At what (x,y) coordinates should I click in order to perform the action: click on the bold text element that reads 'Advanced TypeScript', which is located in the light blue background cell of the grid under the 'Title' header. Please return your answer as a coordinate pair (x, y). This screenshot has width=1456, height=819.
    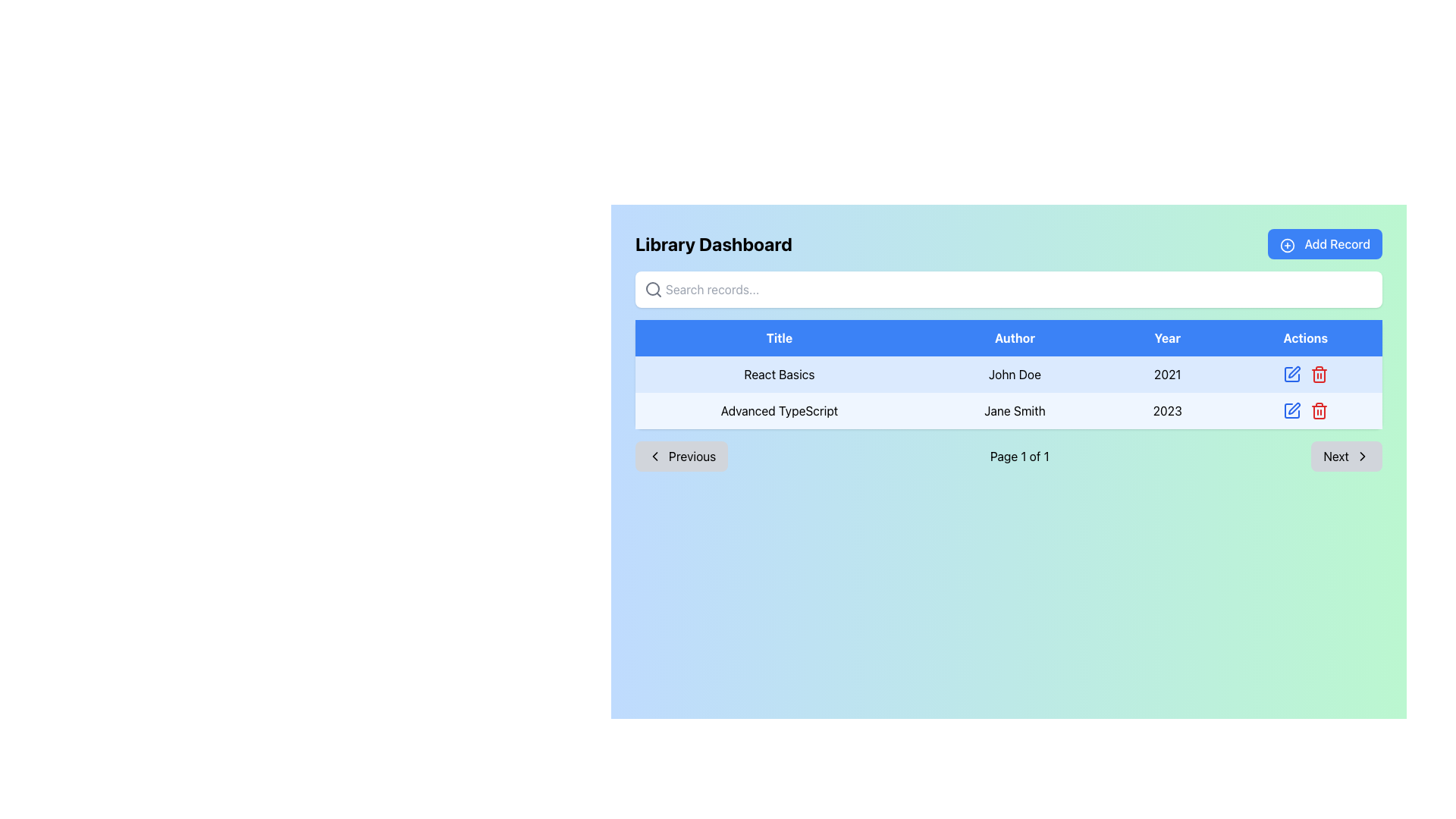
    Looking at the image, I should click on (779, 411).